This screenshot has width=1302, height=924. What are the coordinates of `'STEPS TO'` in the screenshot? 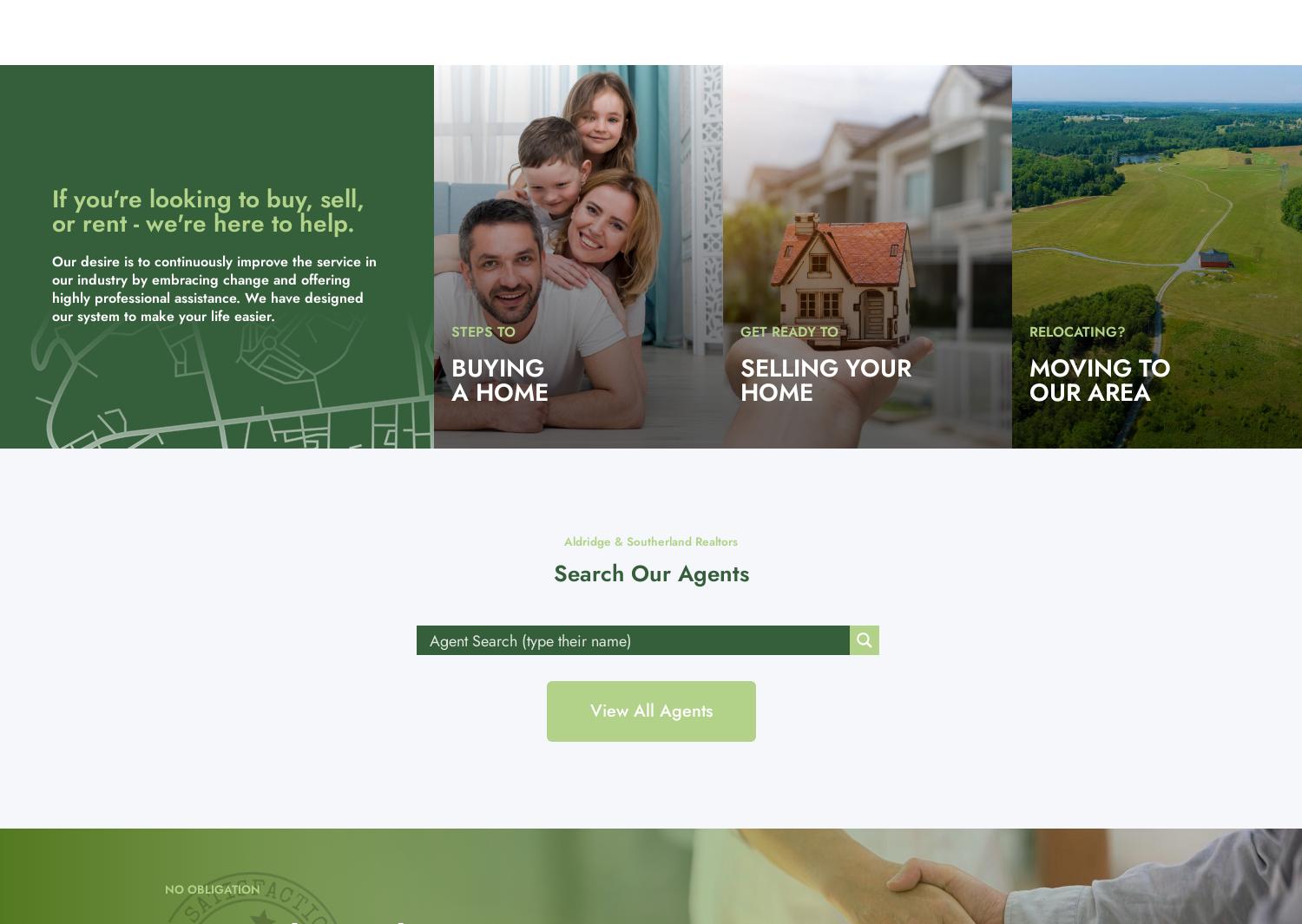 It's located at (483, 331).